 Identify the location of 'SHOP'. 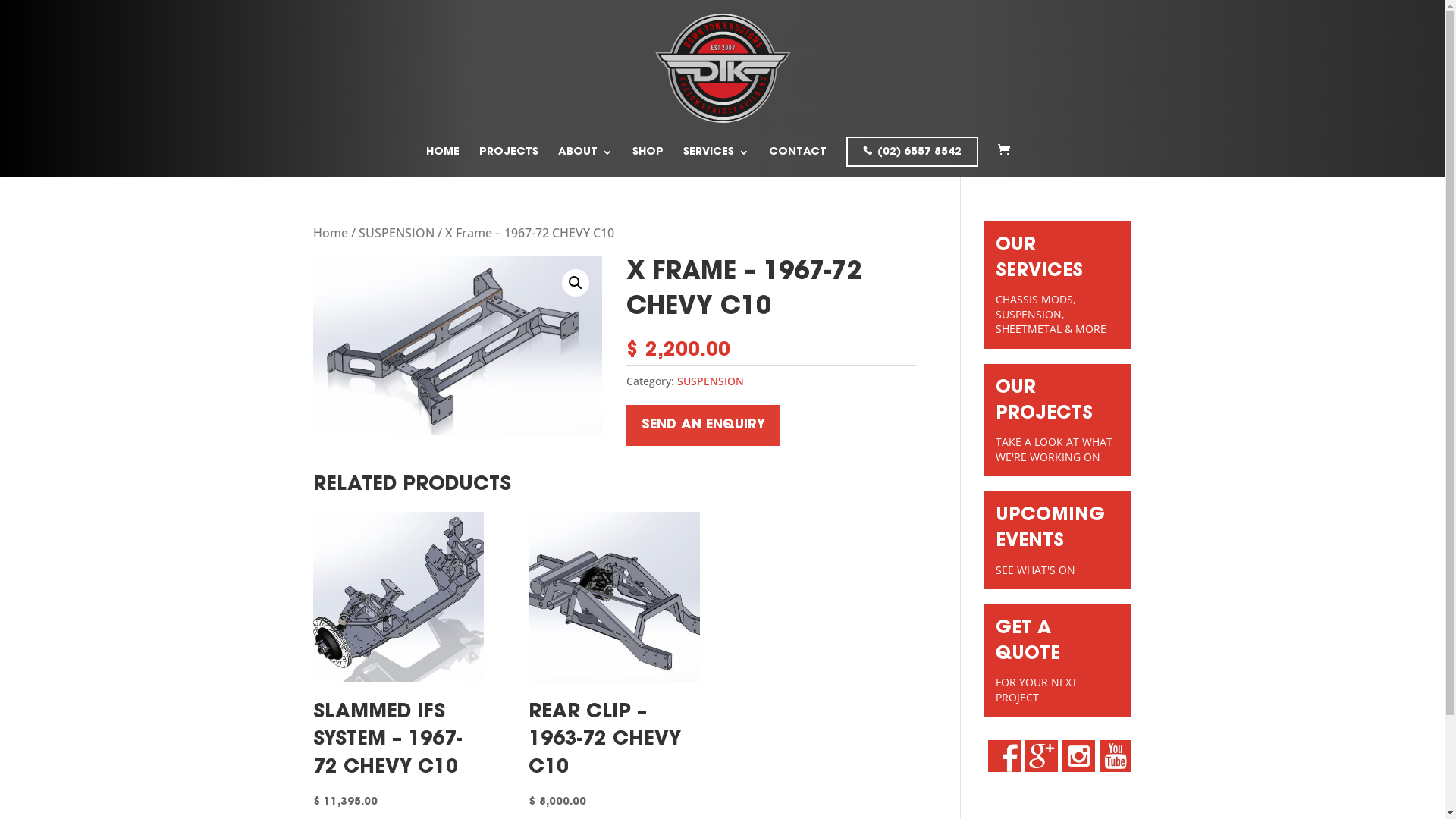
(632, 158).